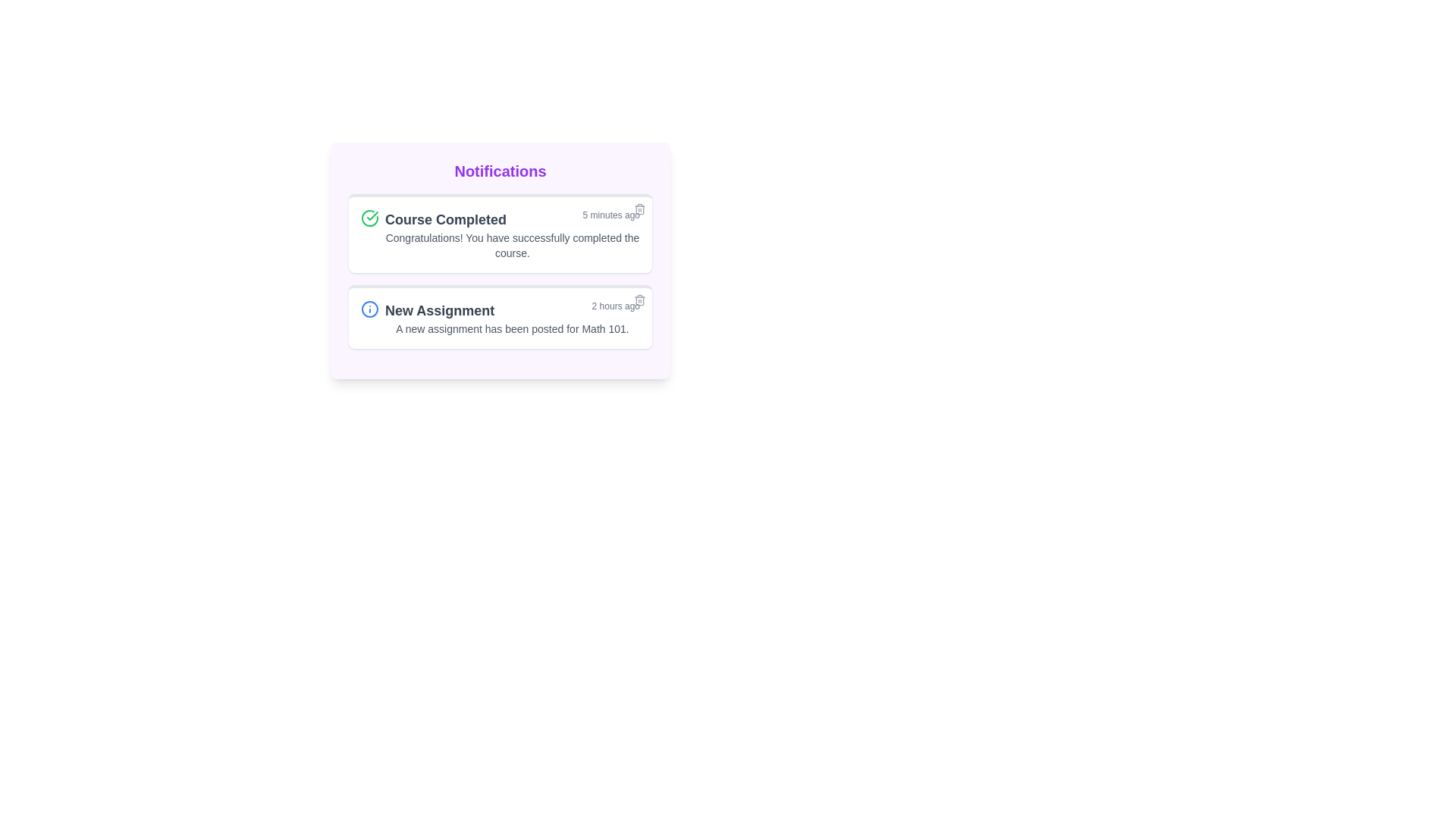 The height and width of the screenshot is (819, 1456). What do you see at coordinates (513, 234) in the screenshot?
I see `the Notification widget displaying 'Course Completed'` at bounding box center [513, 234].